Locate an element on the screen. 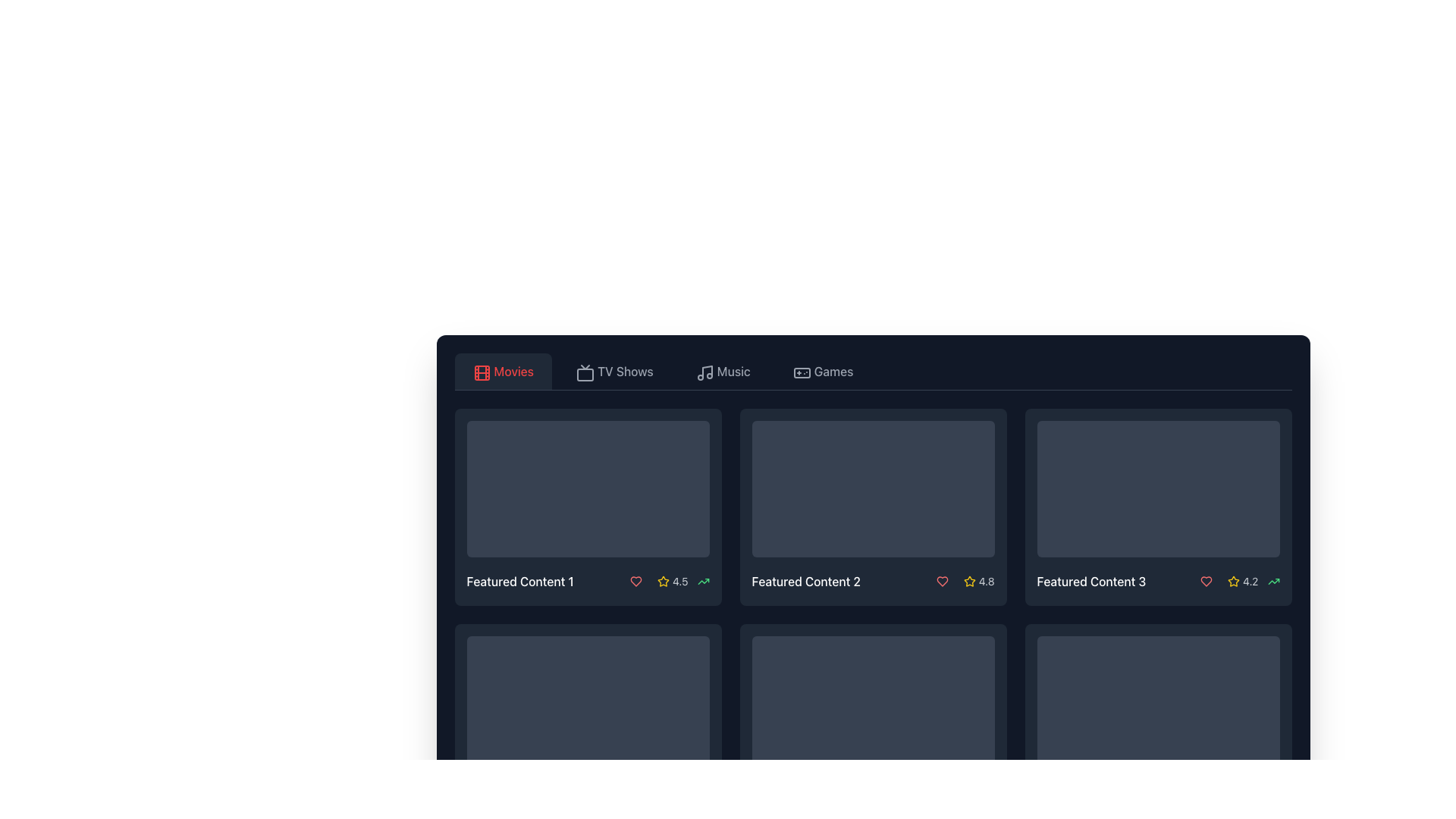 The height and width of the screenshot is (819, 1456). the film reel icon located to the left of the 'Movies' text label in the top navigation bar is located at coordinates (479, 371).